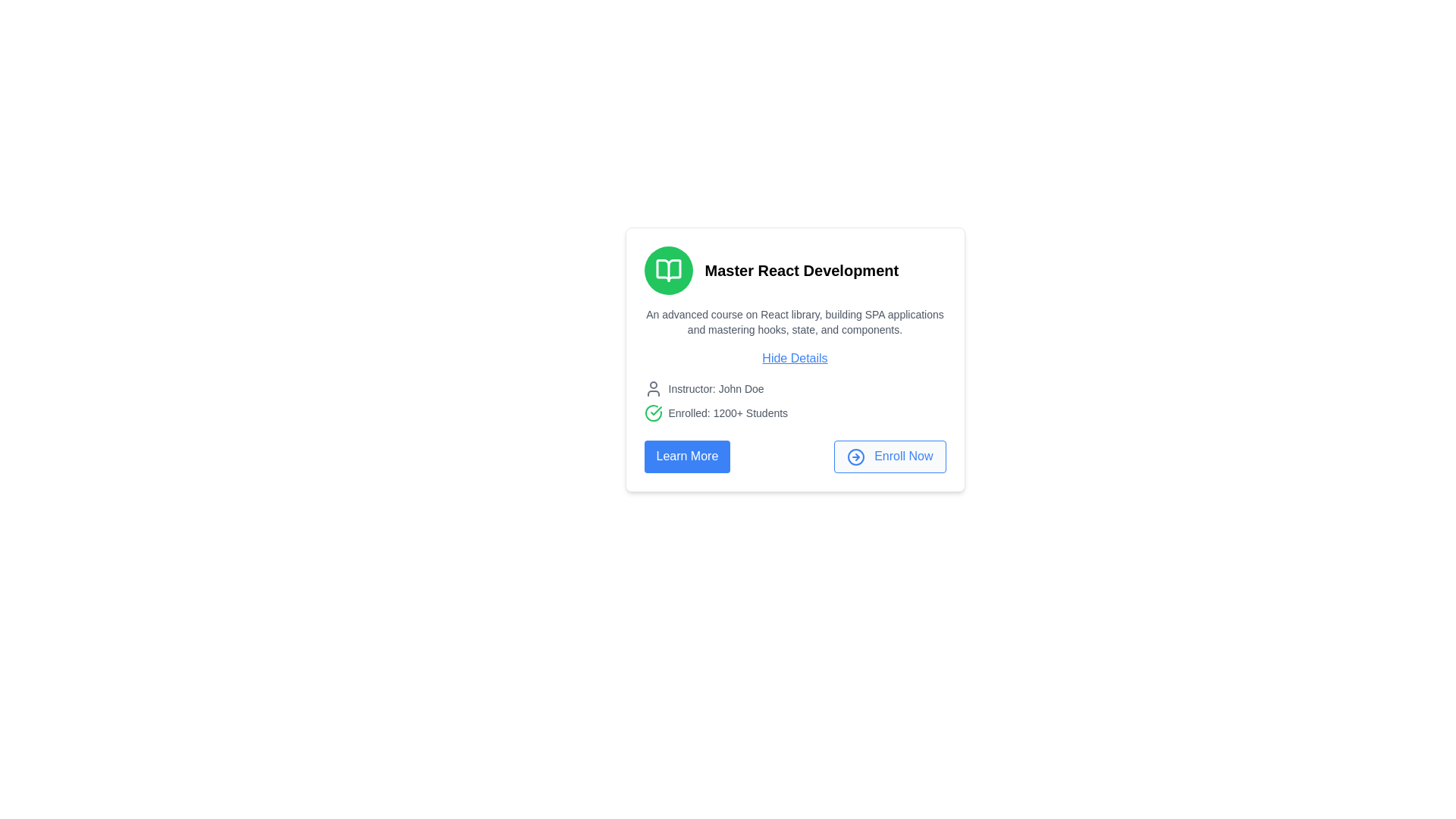 The width and height of the screenshot is (1456, 819). What do you see at coordinates (653, 413) in the screenshot?
I see `the SVG graphic element indicating a status, located left of the descriptive text 'Enrolled: 1200+ Students'` at bounding box center [653, 413].